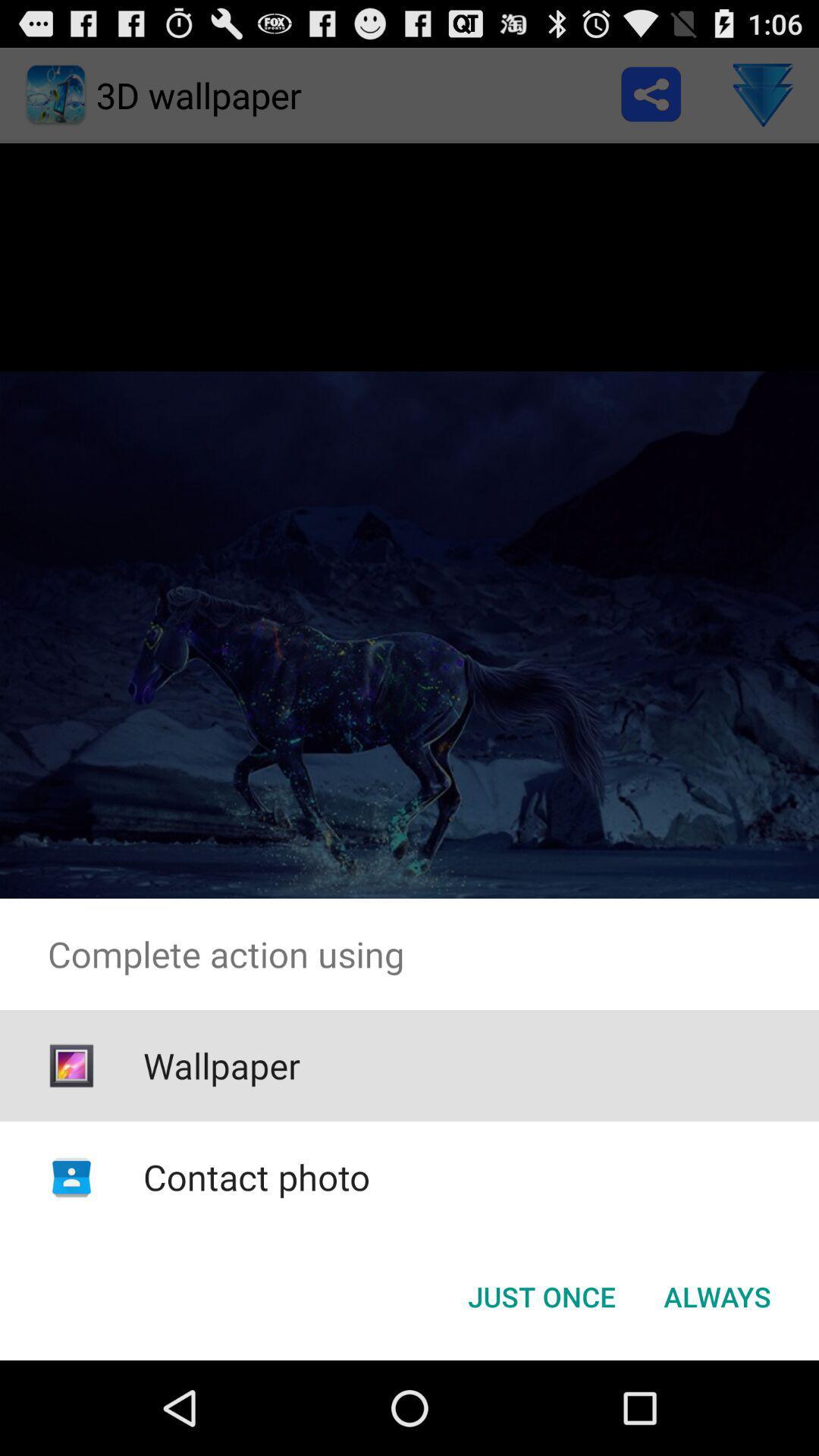 The width and height of the screenshot is (819, 1456). I want to click on the app below complete action using, so click(541, 1295).